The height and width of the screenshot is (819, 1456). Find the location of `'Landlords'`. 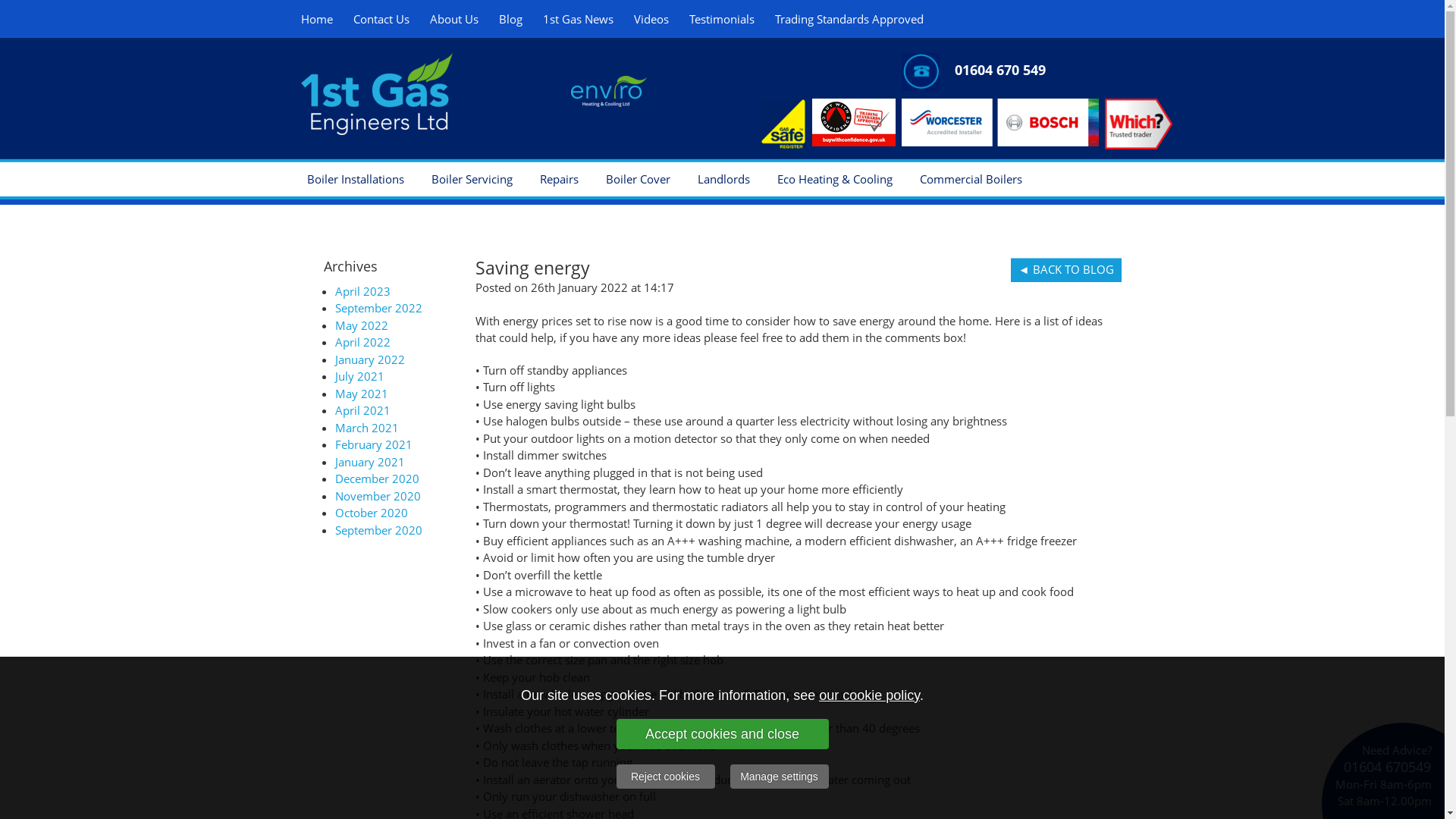

'Landlords' is located at coordinates (683, 177).